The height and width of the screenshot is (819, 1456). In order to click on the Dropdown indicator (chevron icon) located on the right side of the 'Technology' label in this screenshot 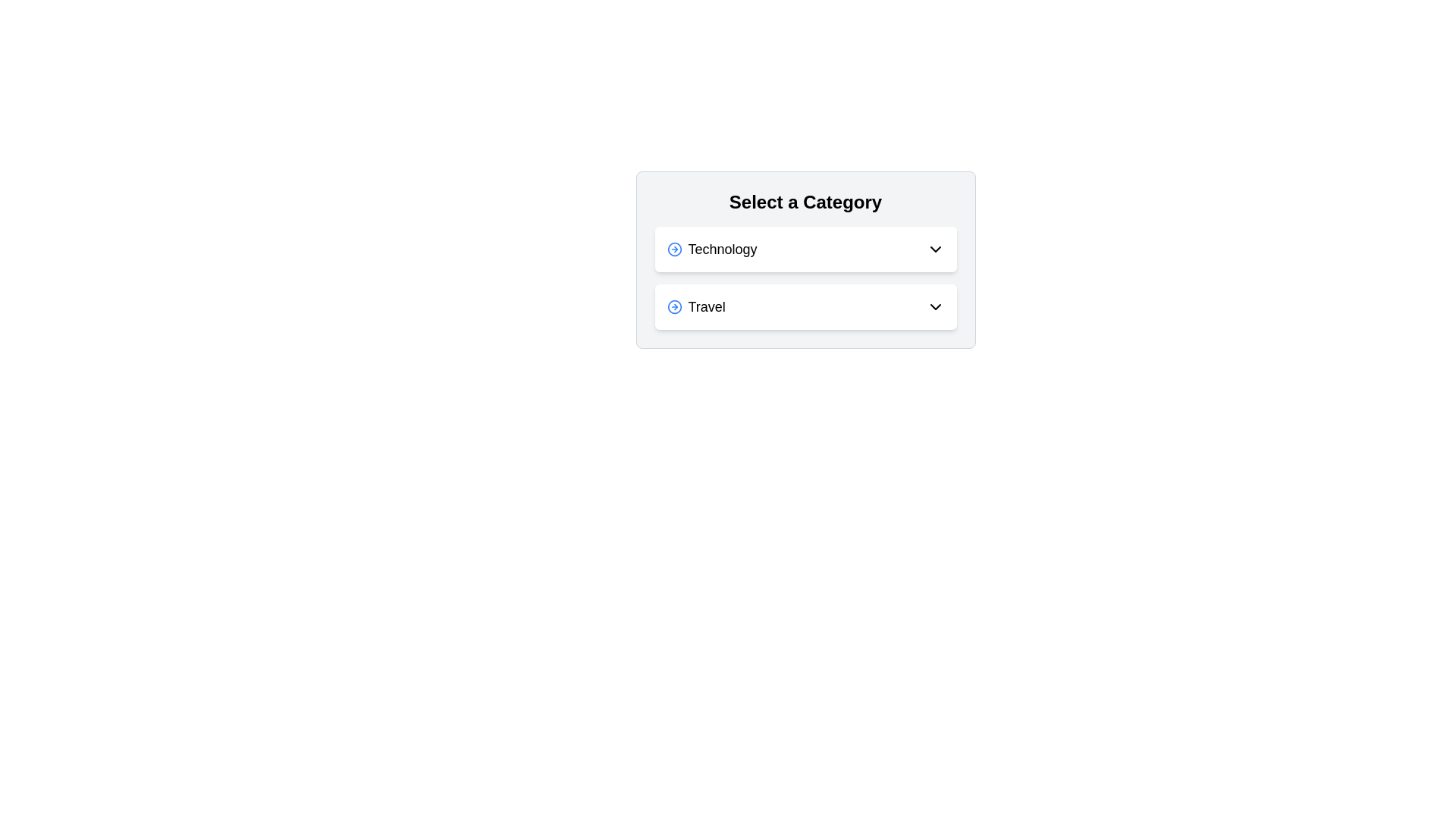, I will do `click(934, 248)`.